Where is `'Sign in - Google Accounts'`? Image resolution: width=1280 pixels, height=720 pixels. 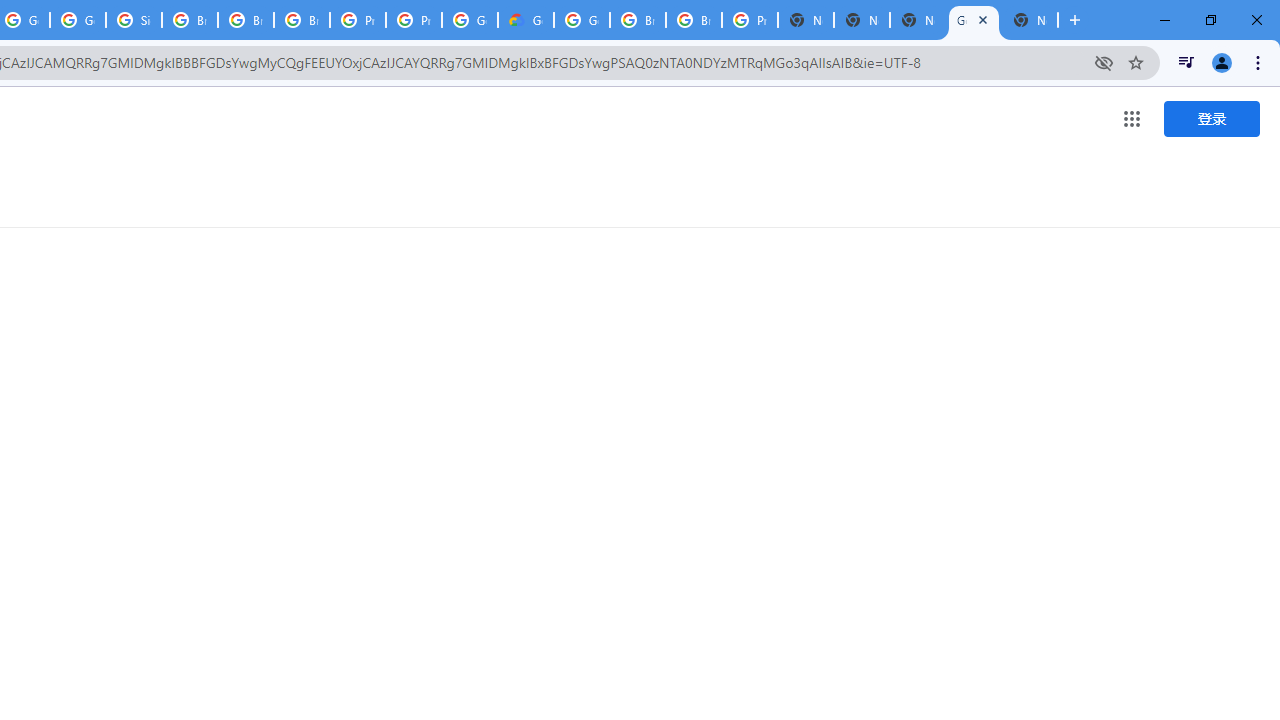
'Sign in - Google Accounts' is located at coordinates (133, 20).